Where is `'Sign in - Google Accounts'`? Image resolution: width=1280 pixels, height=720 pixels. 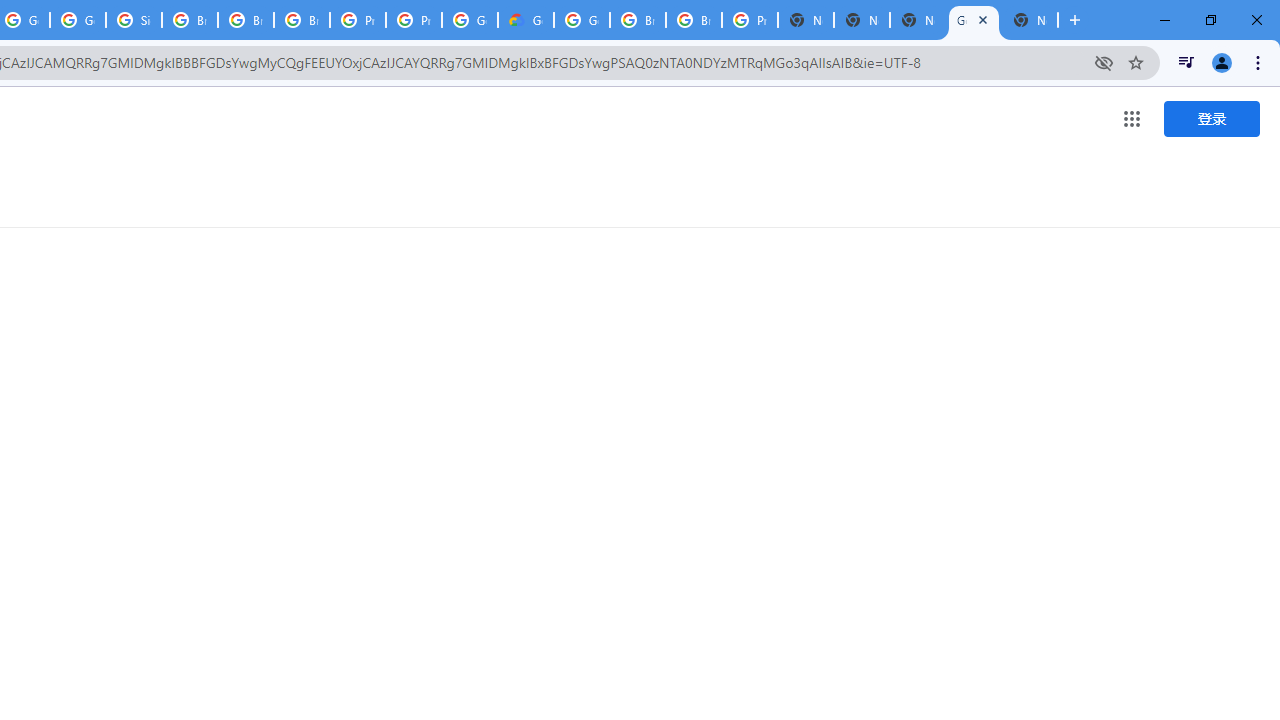
'Sign in - Google Accounts' is located at coordinates (133, 20).